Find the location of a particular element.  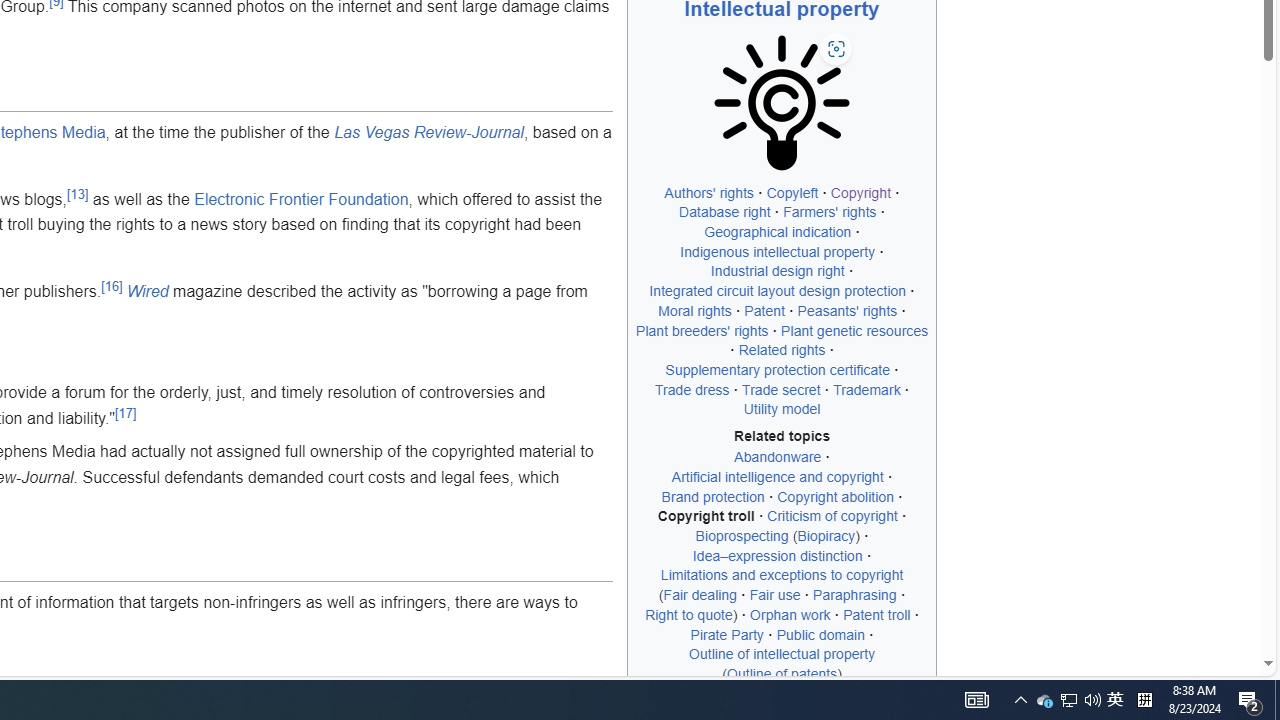

'Patent troll' is located at coordinates (877, 613).